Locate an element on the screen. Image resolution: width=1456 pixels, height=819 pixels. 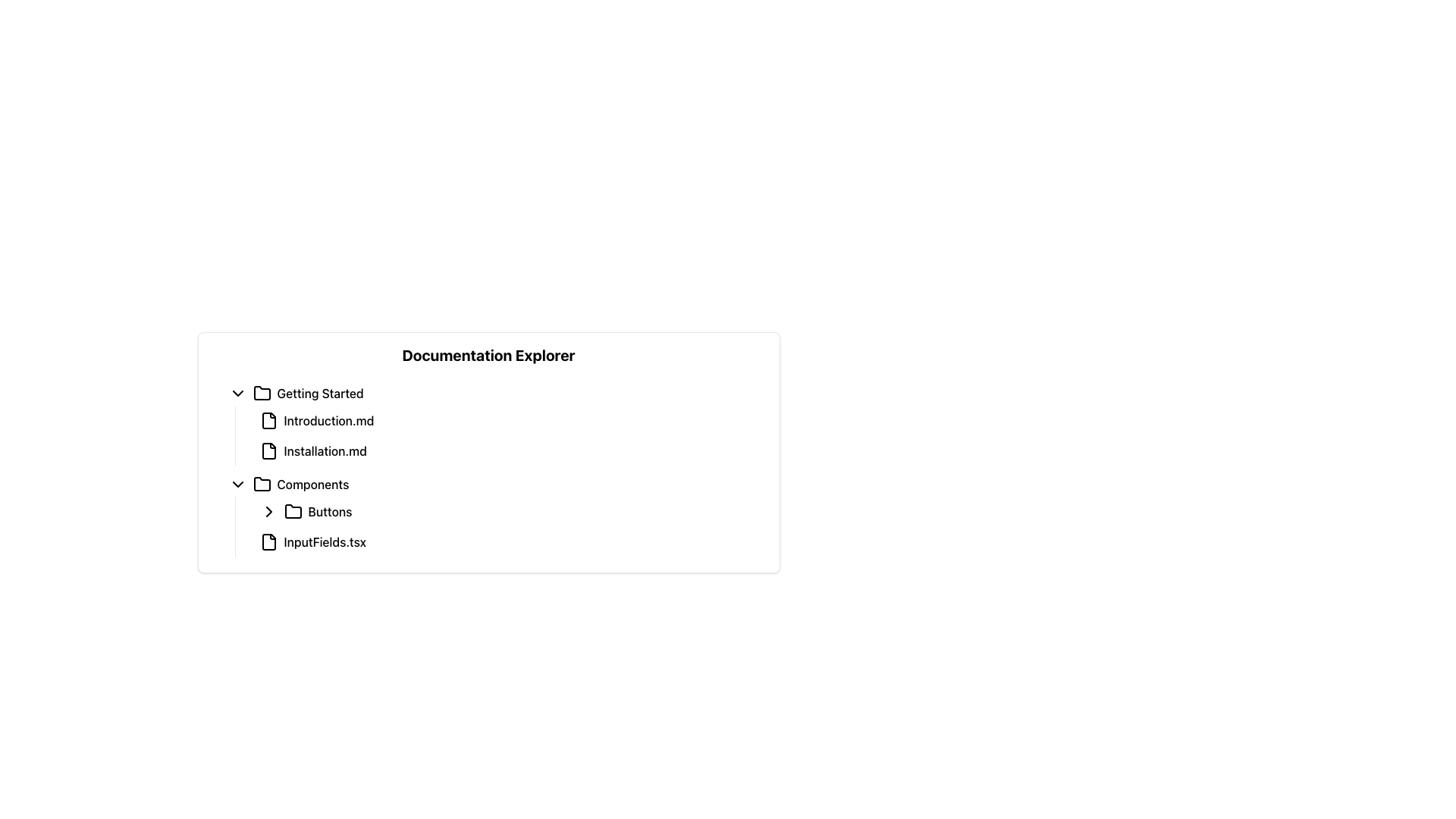
the downward-pointing chevron icon that indicates collapsibility, located to the left of the text 'Components' is located at coordinates (237, 485).